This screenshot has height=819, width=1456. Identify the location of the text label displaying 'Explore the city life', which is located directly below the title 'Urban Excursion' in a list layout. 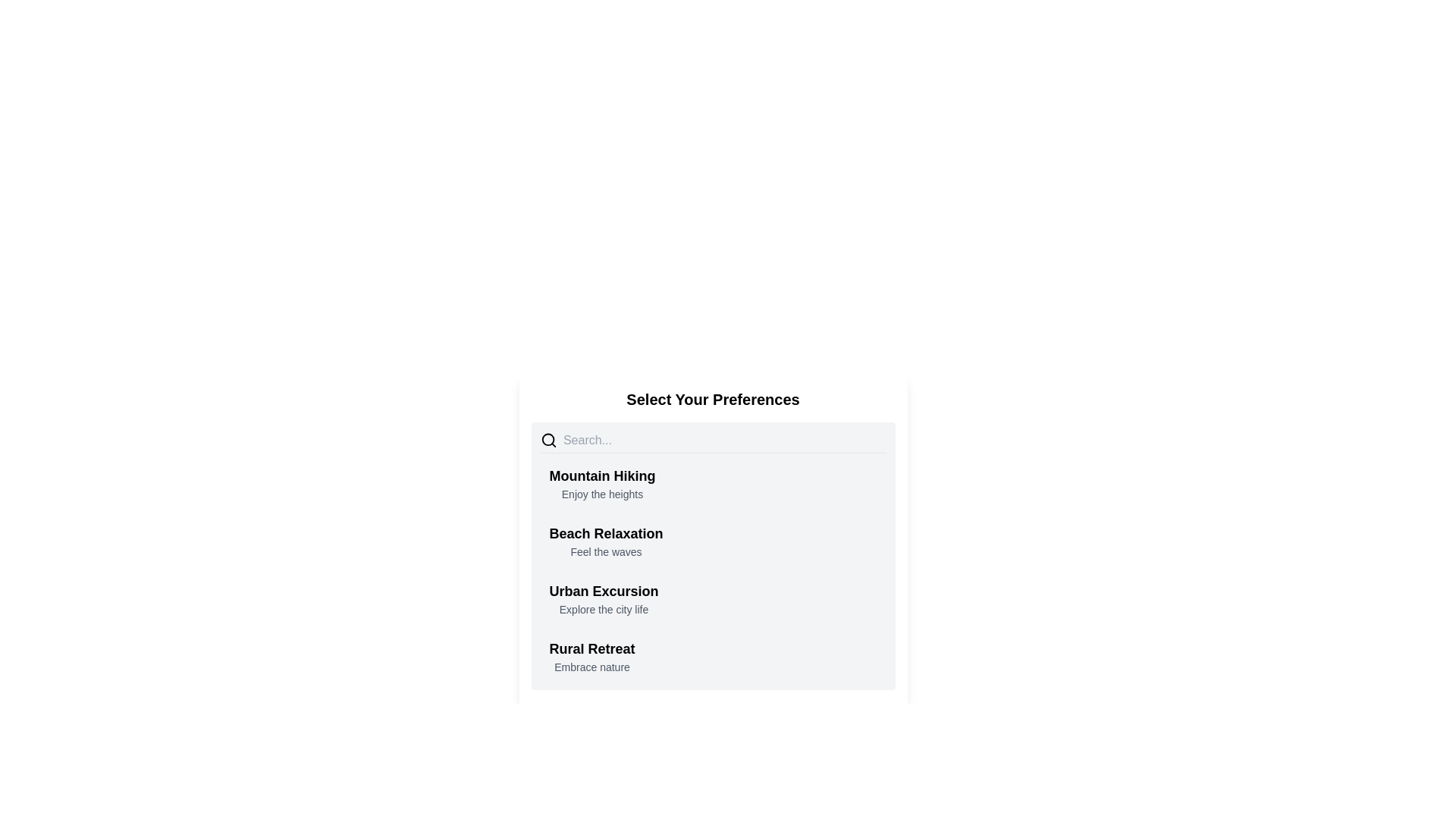
(603, 608).